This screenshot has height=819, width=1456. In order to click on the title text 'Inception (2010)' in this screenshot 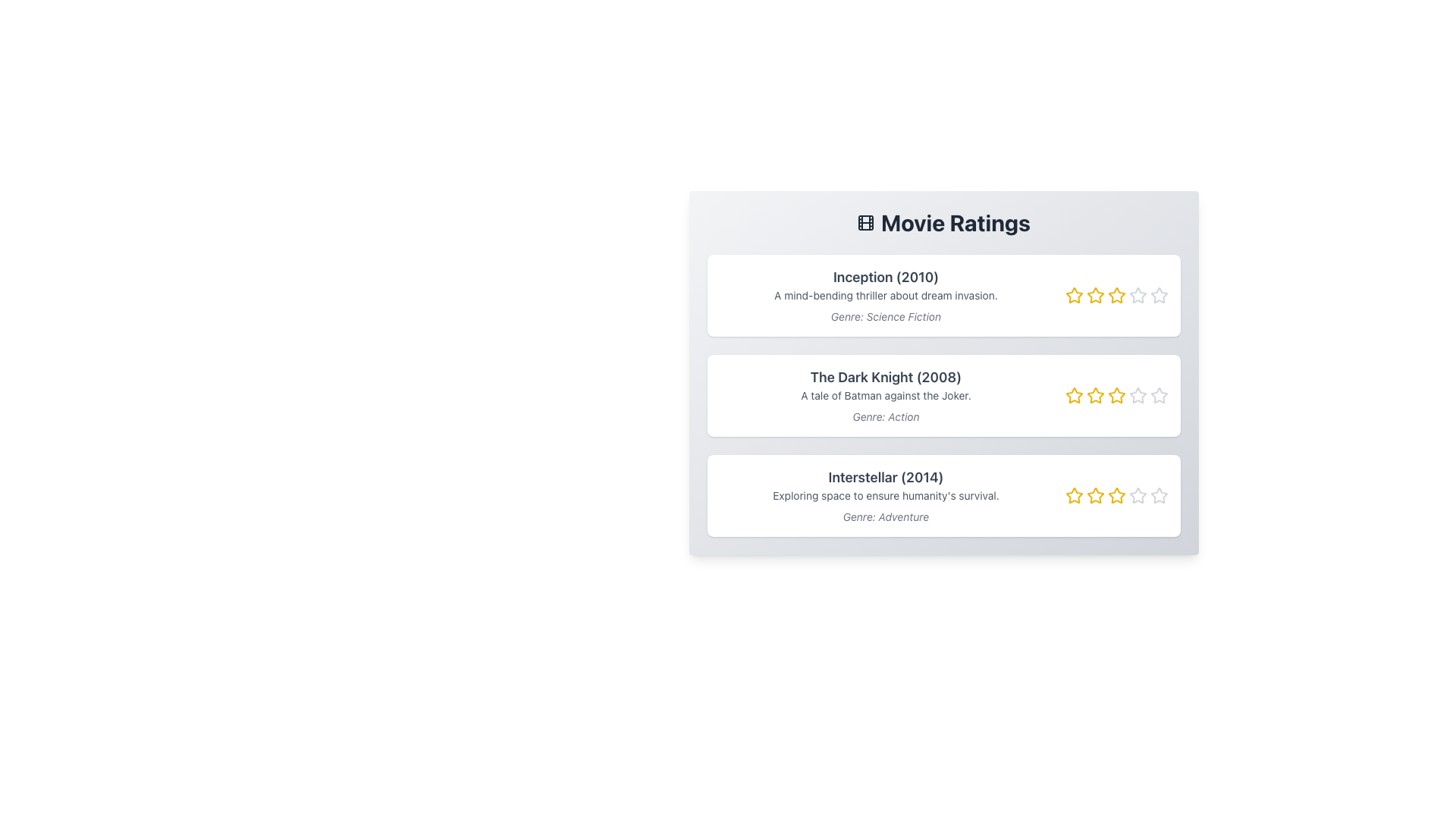, I will do `click(886, 278)`.